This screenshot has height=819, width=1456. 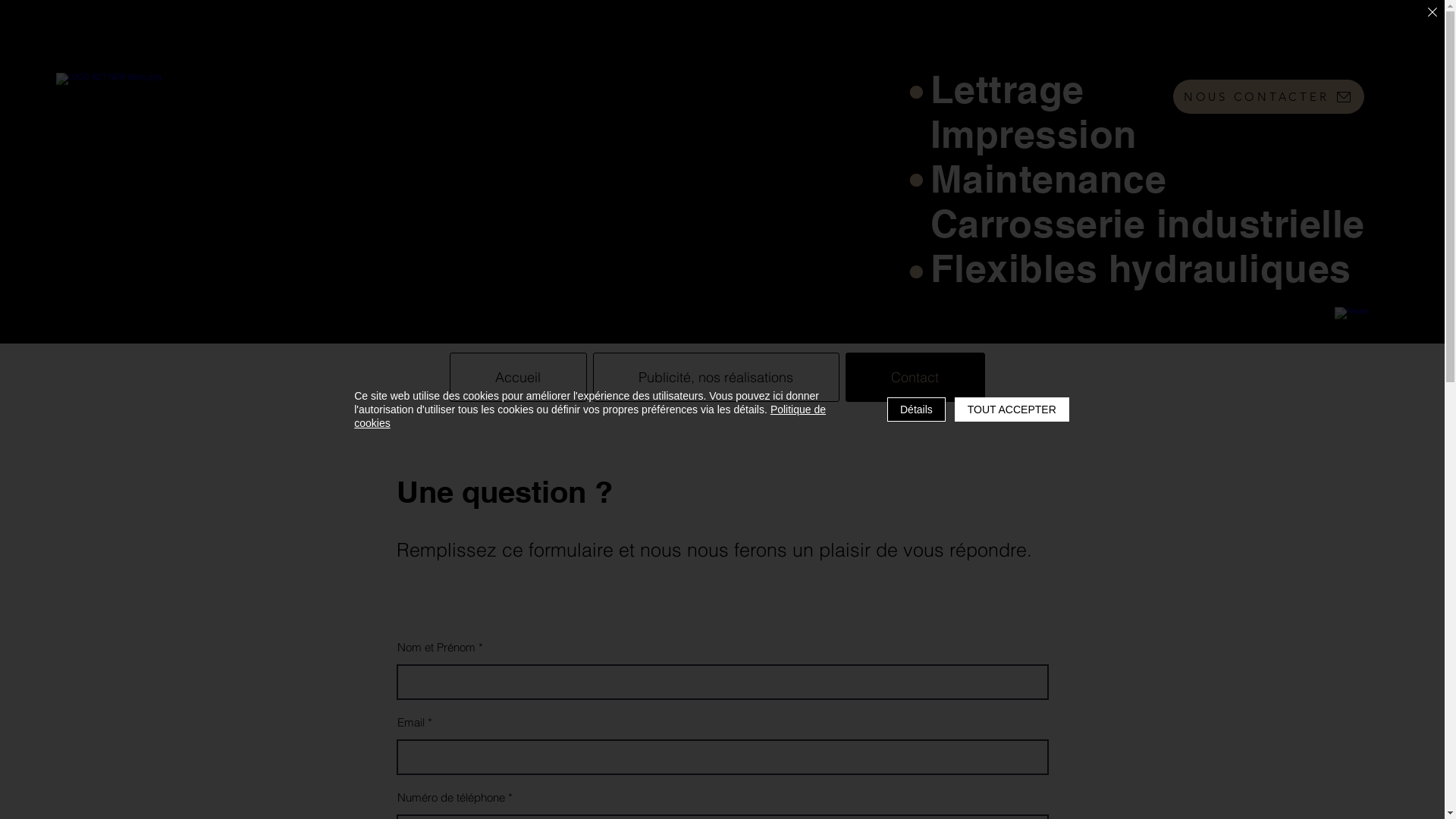 What do you see at coordinates (953, 409) in the screenshot?
I see `'TOUT ACCEPTER'` at bounding box center [953, 409].